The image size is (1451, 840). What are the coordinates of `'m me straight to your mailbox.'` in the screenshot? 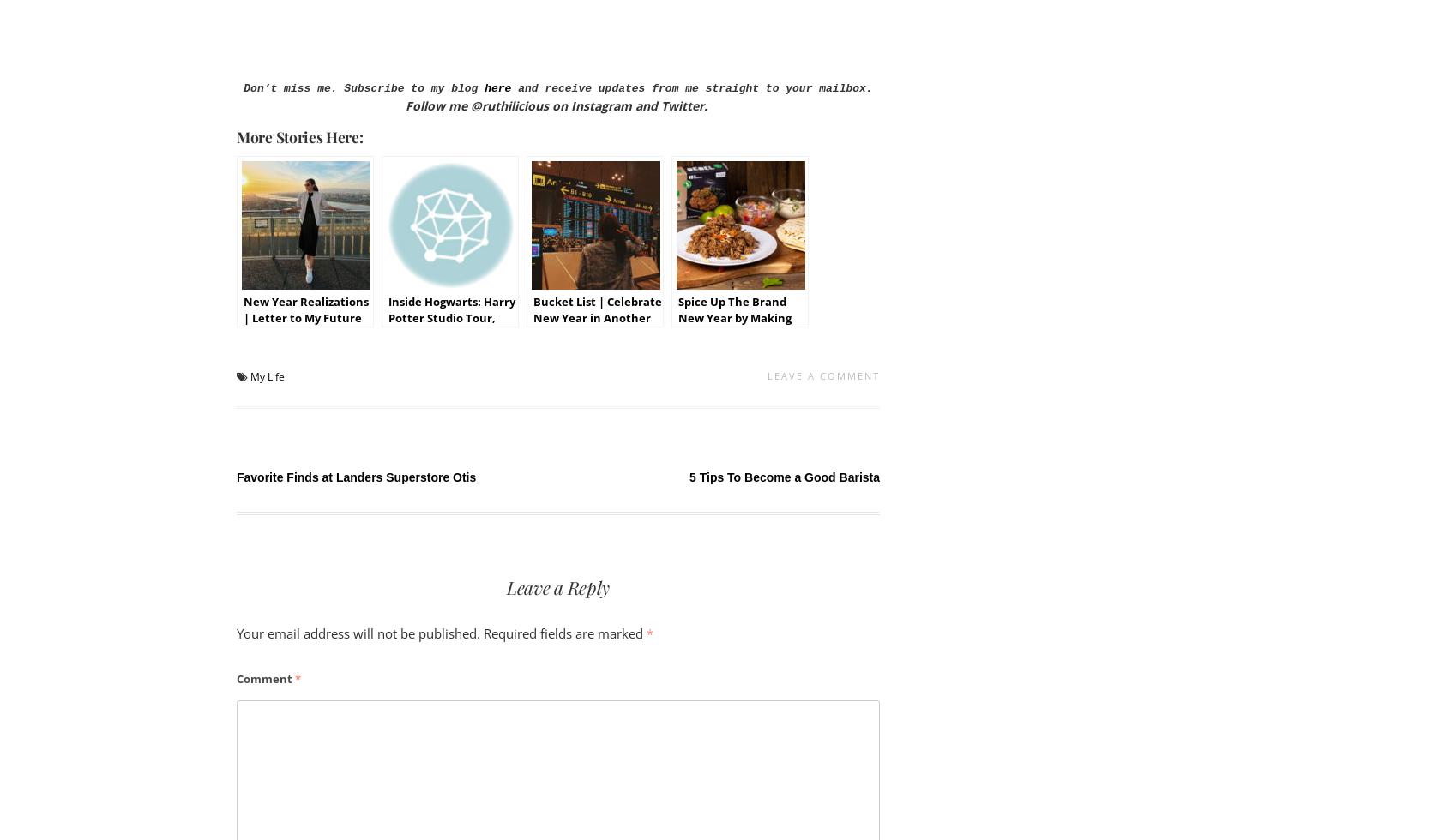 It's located at (770, 88).